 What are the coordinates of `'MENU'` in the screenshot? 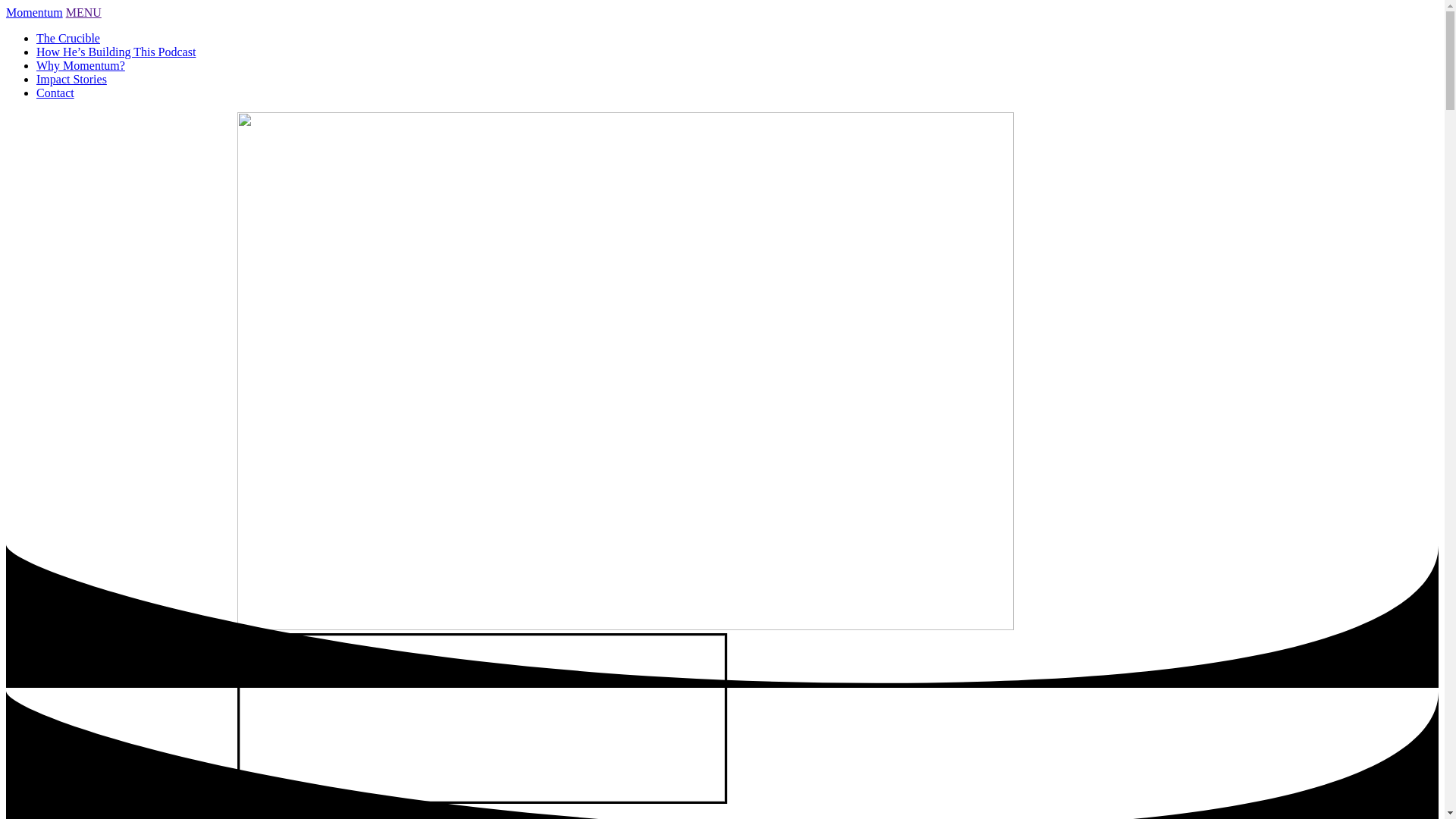 It's located at (83, 12).